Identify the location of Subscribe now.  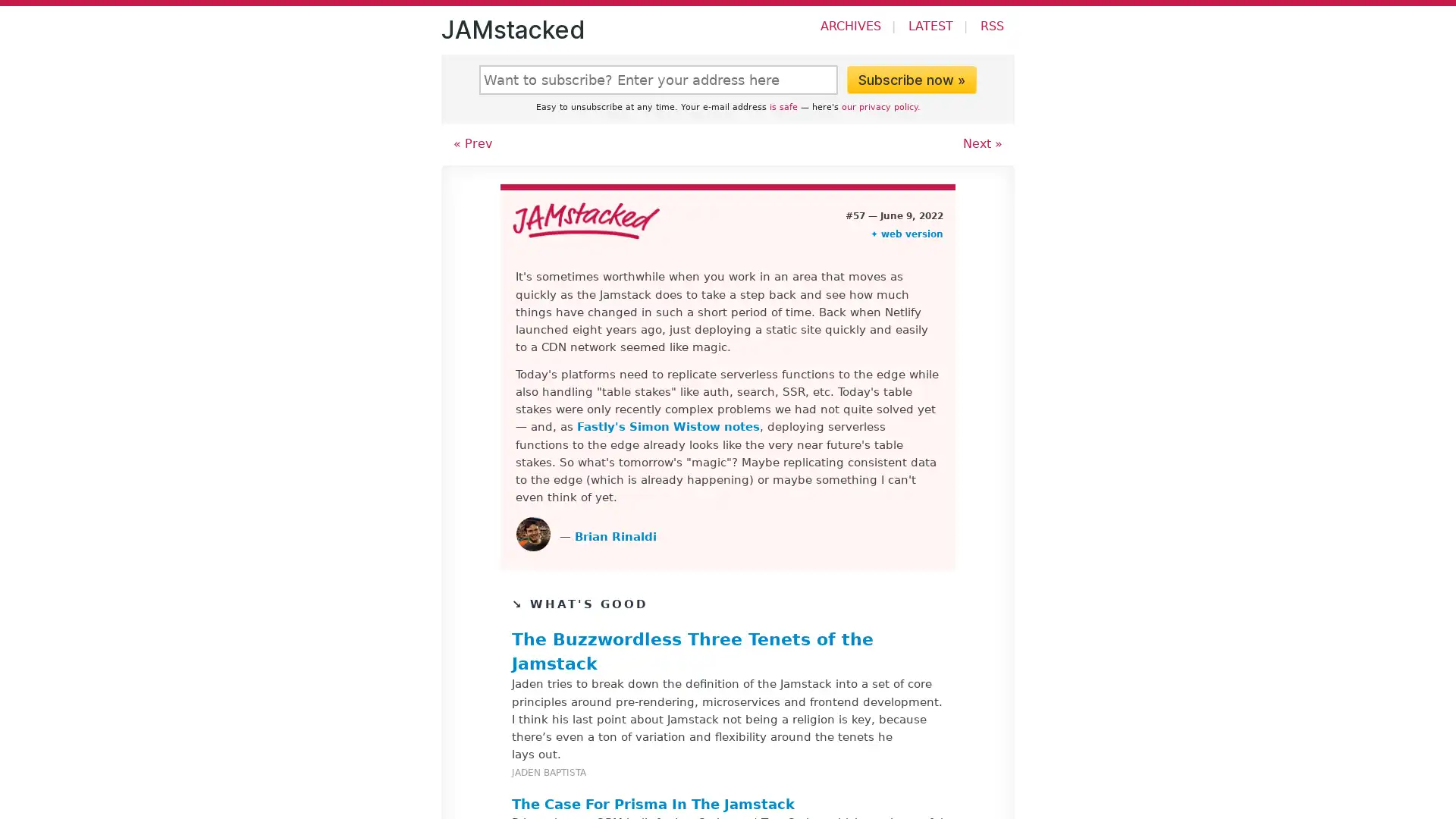
(911, 80).